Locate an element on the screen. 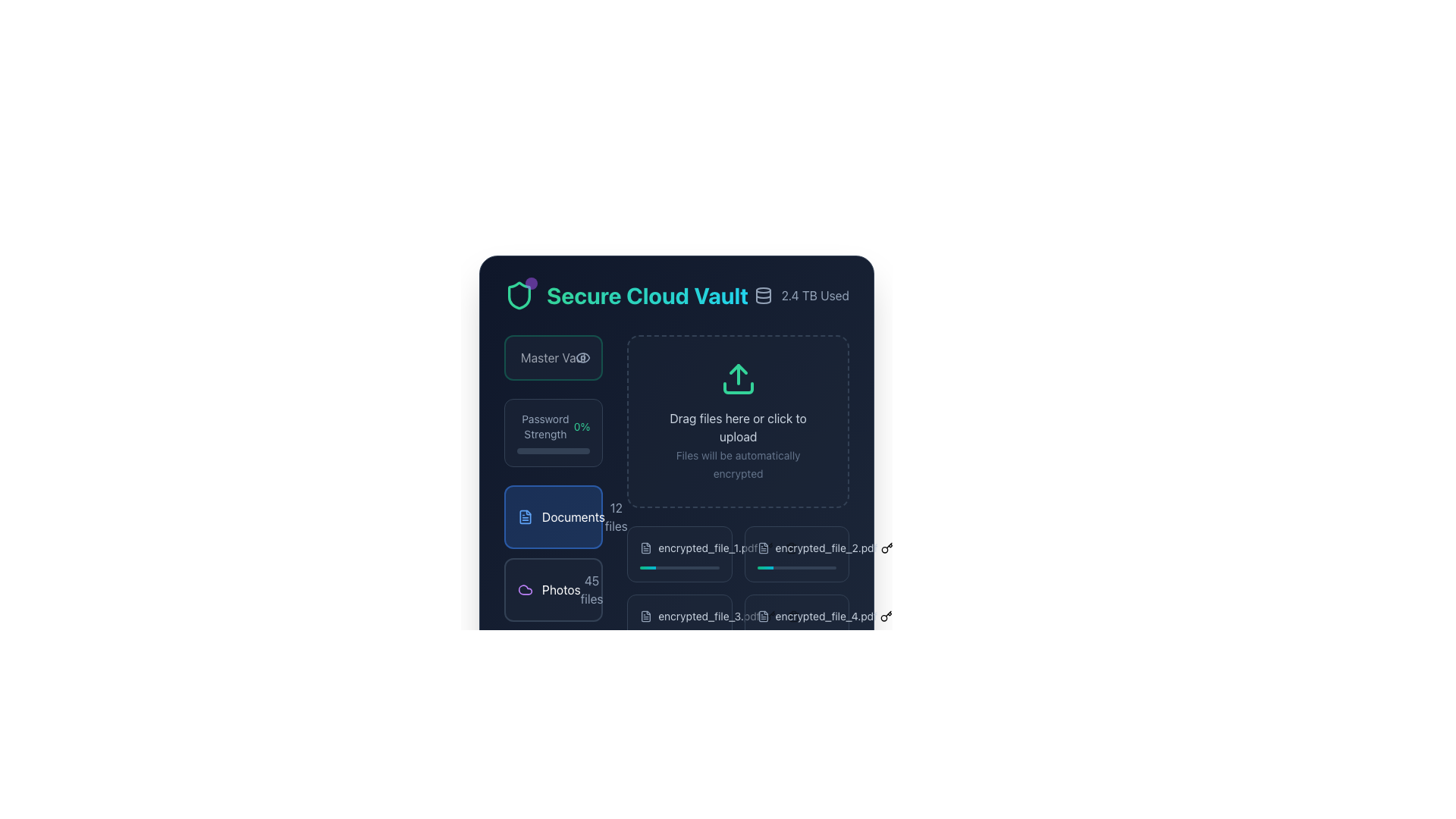 Image resolution: width=1456 pixels, height=819 pixels. the 'Documents' button, which is the first entry in the folder list within the vertical sidebar on the left, featuring a document file icon and white text against a dark background is located at coordinates (560, 516).